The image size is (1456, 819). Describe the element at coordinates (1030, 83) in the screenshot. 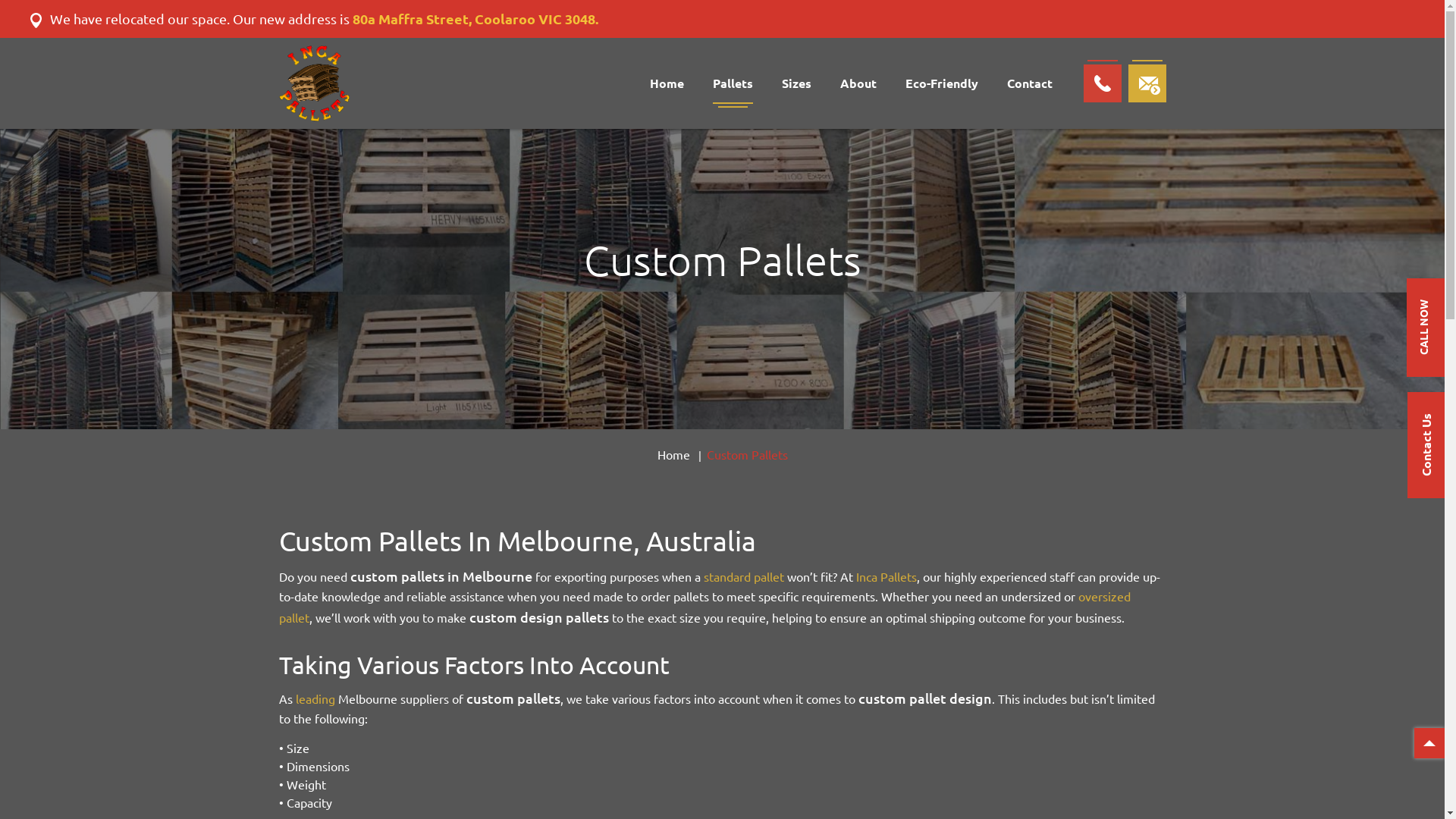

I see `'Contact'` at that location.